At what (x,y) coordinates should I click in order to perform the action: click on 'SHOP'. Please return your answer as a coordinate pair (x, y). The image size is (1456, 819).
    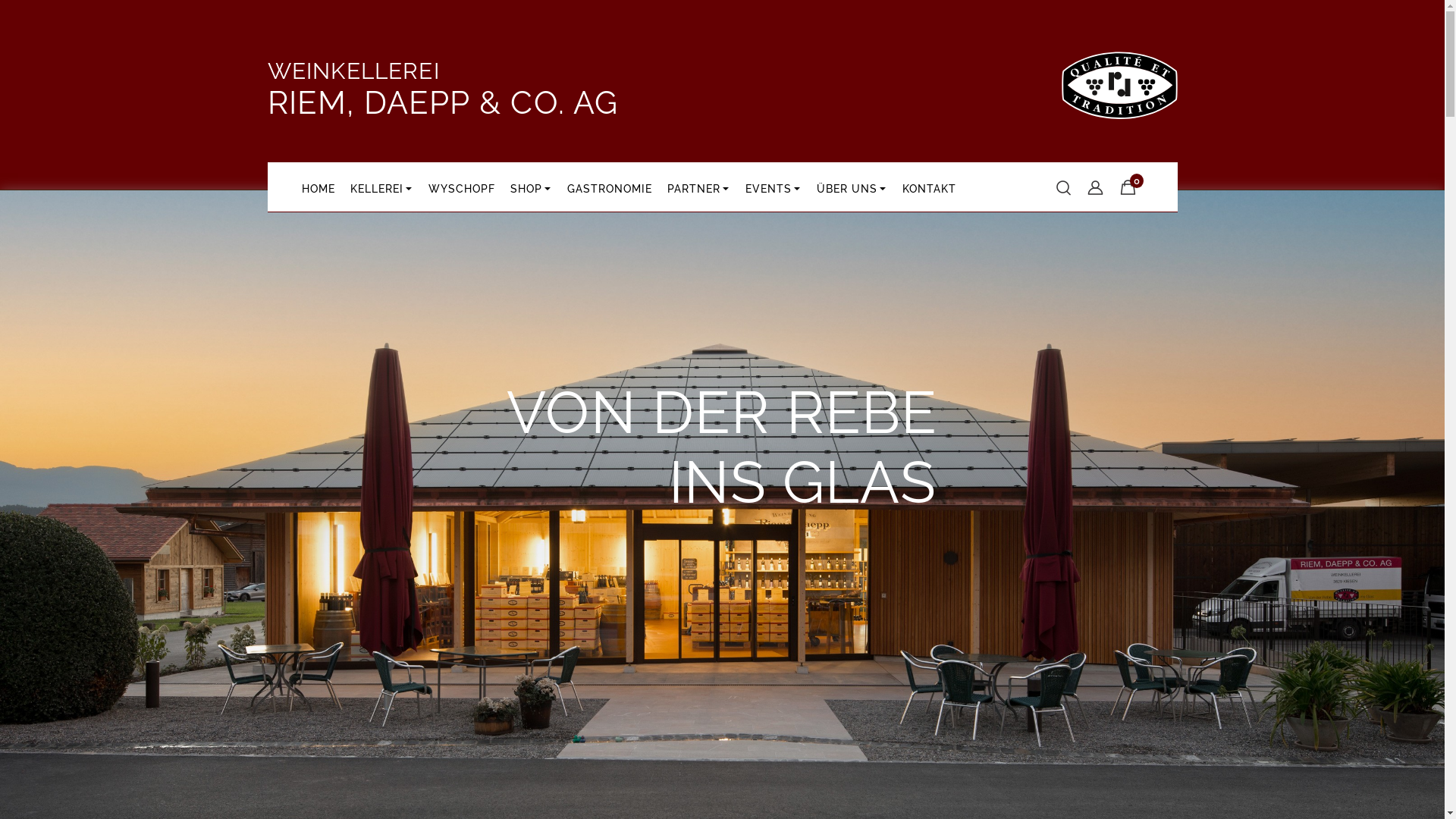
    Looking at the image, I should click on (502, 186).